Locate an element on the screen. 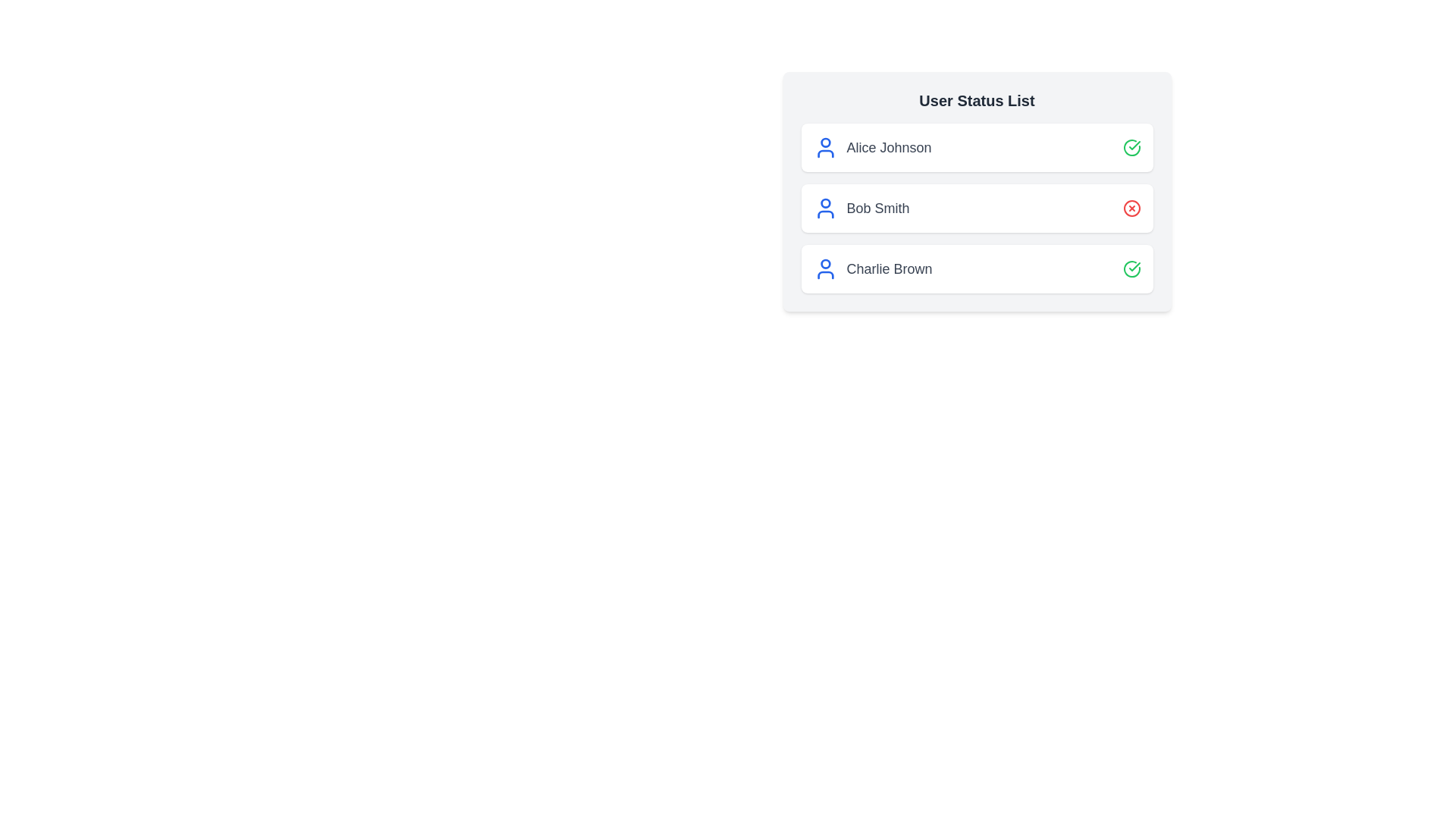 The width and height of the screenshot is (1456, 819). the user name Bob Smith to view their details is located at coordinates (877, 208).